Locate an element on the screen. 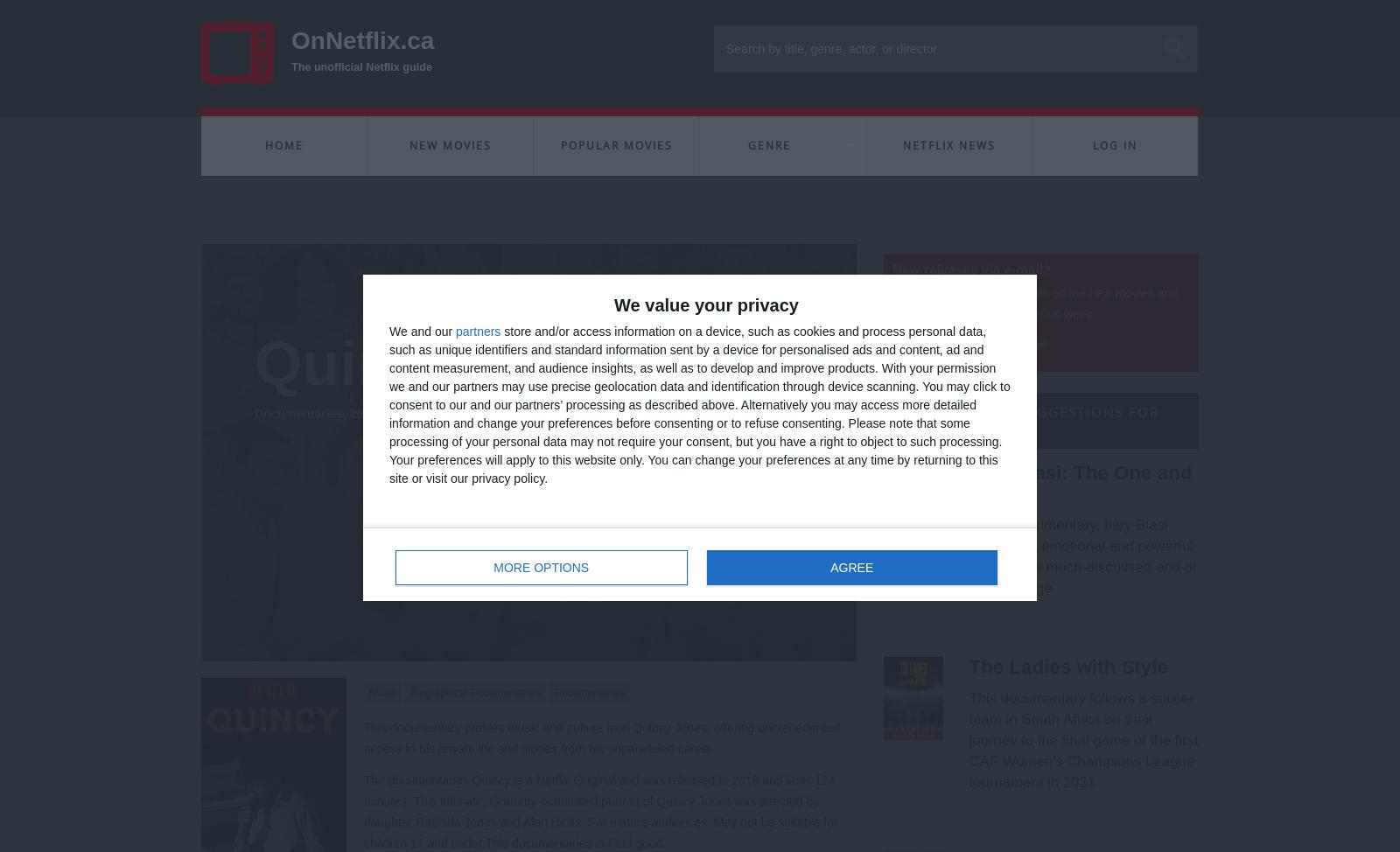  'Register' is located at coordinates (857, 527).